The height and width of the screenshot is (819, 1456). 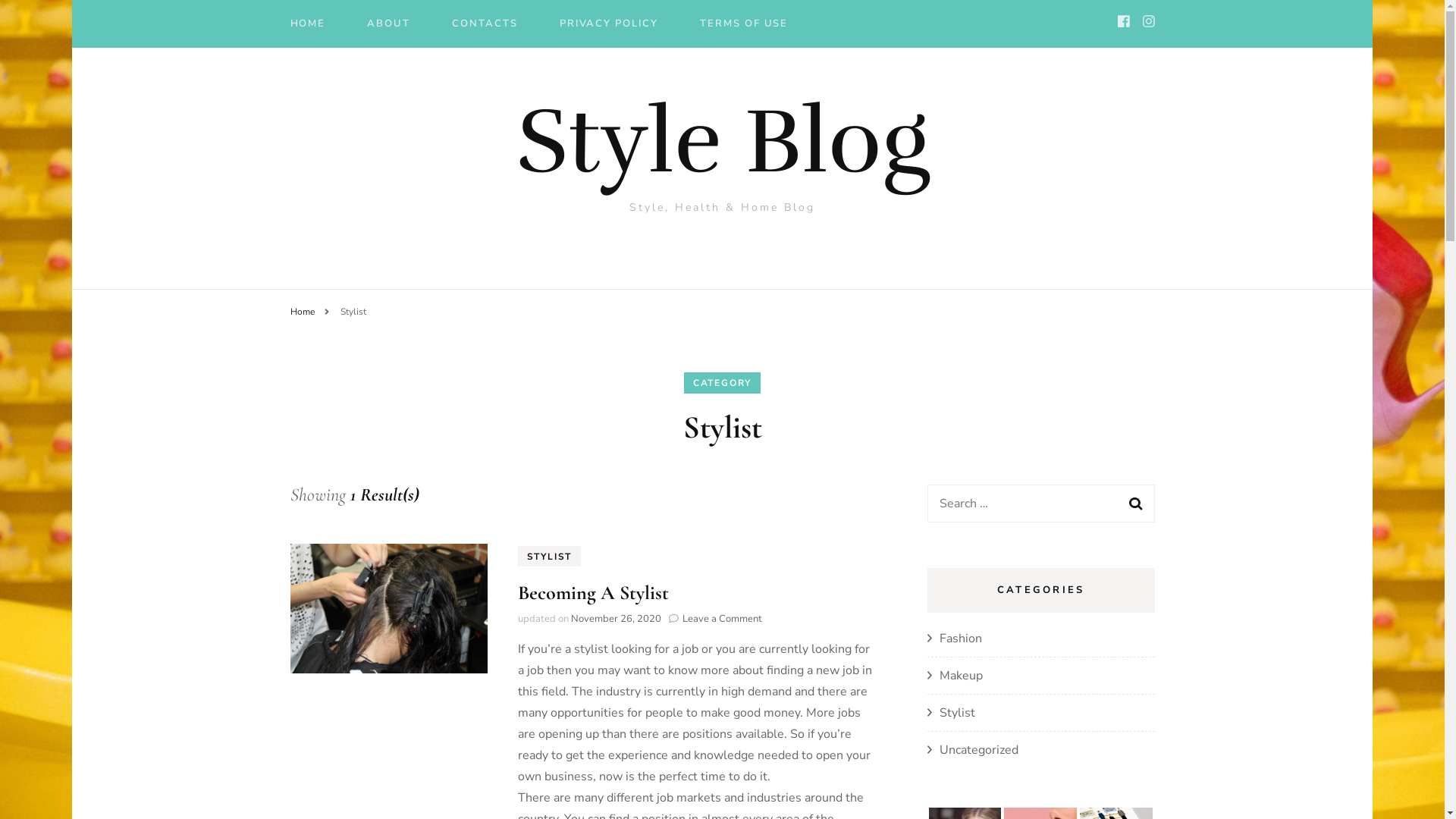 What do you see at coordinates (608, 25) in the screenshot?
I see `'PRIVACY POLICY'` at bounding box center [608, 25].